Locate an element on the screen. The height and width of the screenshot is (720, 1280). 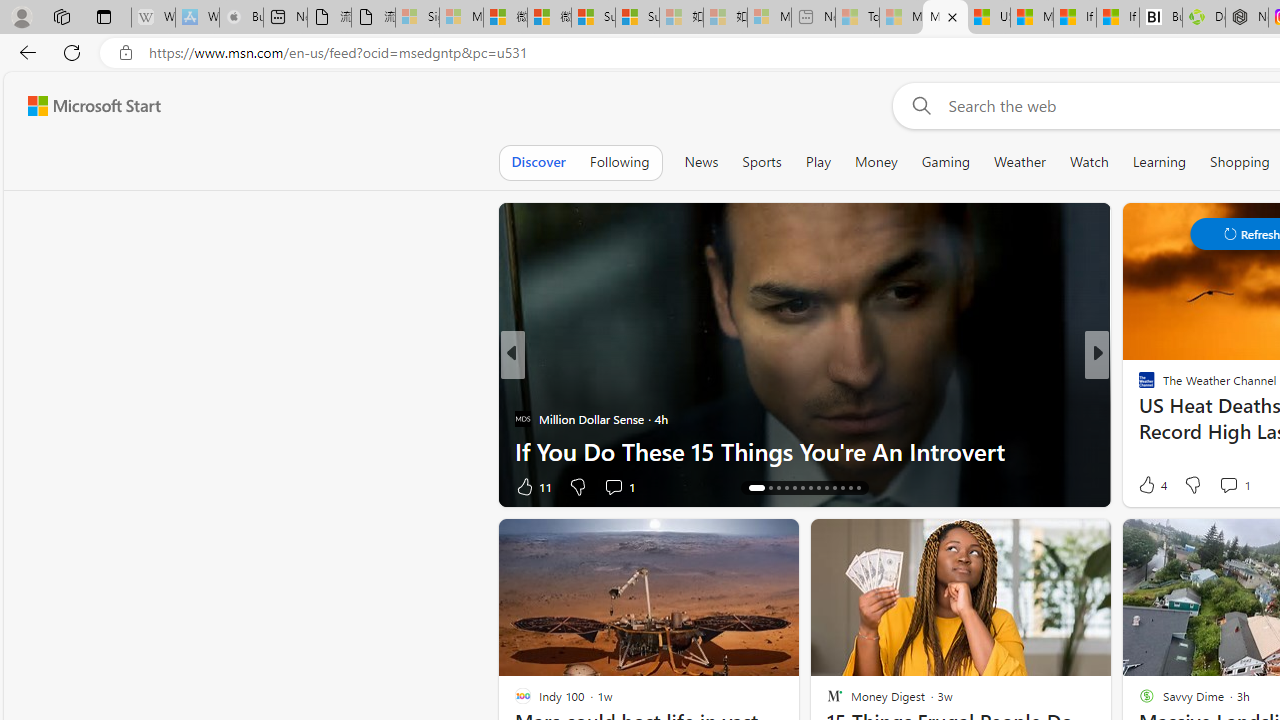
'ChaChingQueen' is located at coordinates (1138, 387).